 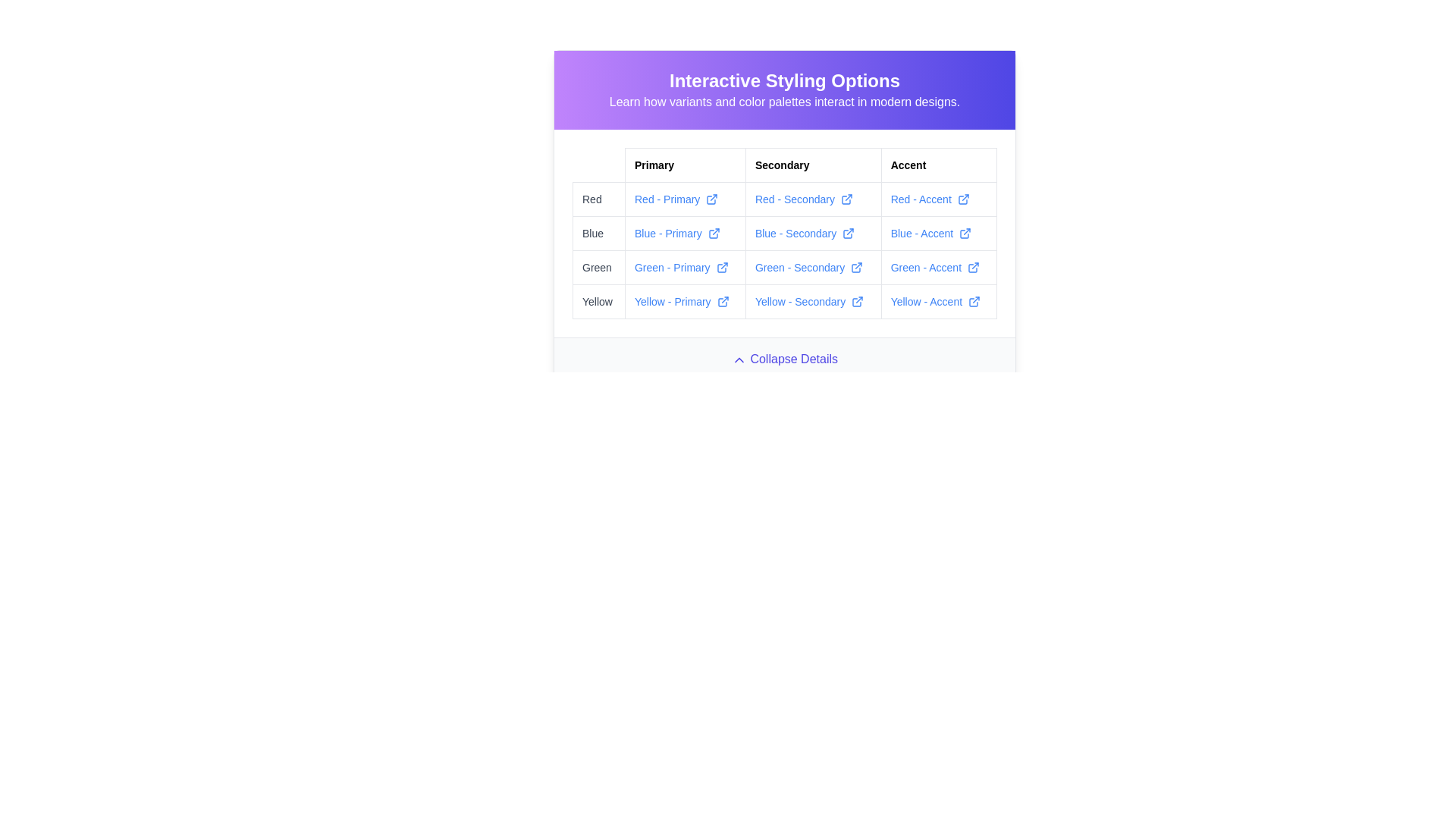 What do you see at coordinates (812, 234) in the screenshot?
I see `the hyperlink with an associated icon located in the 'Secondary' column and 'Blue' row of the table, positioned between 'Blue - Primary' and 'Blue - Accent'` at bounding box center [812, 234].